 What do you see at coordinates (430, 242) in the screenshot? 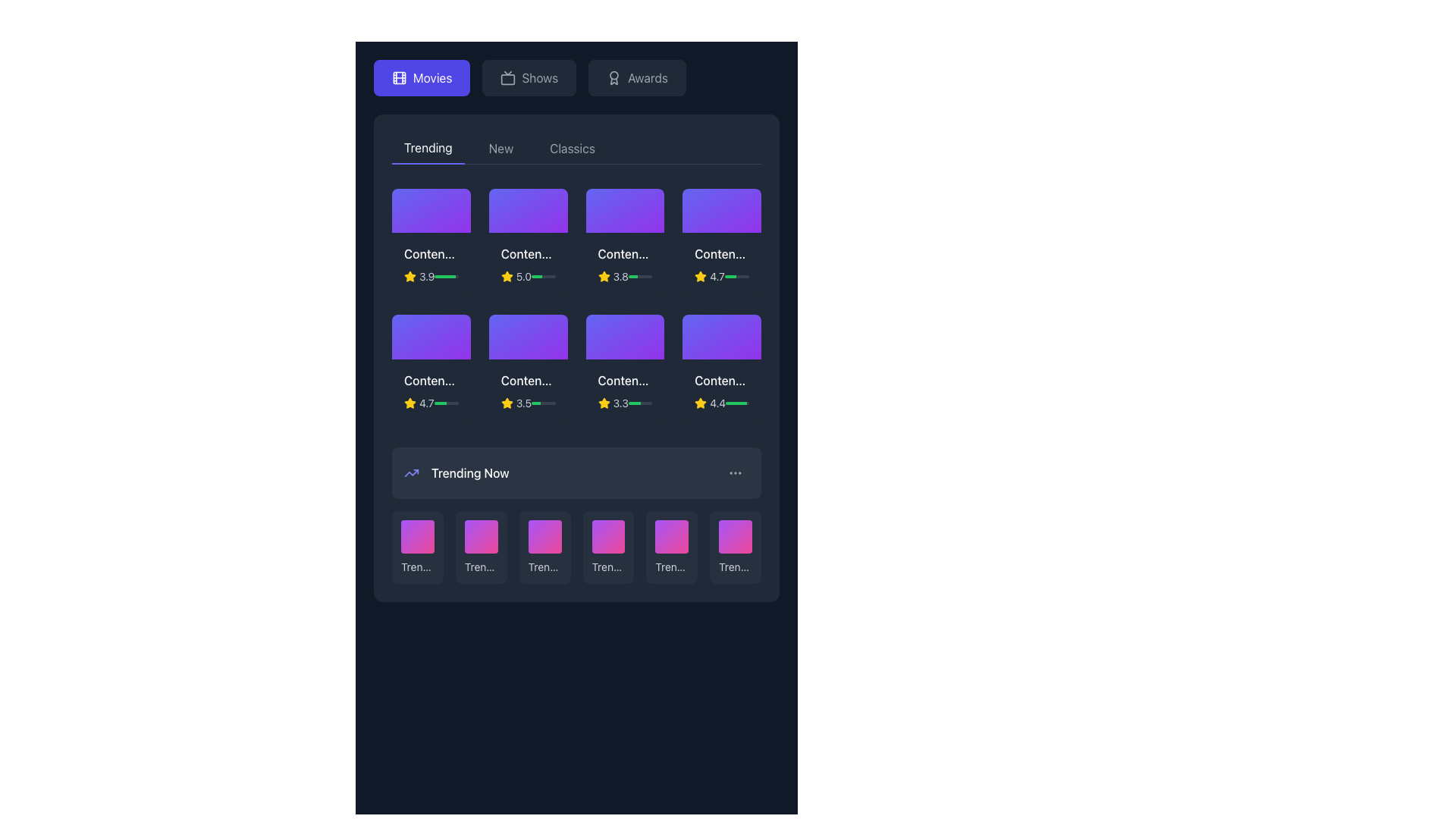
I see `the first card with a gradient purple background and a rating of '3.9' located under the 'Trending' tab in a multi-tab interface` at bounding box center [430, 242].